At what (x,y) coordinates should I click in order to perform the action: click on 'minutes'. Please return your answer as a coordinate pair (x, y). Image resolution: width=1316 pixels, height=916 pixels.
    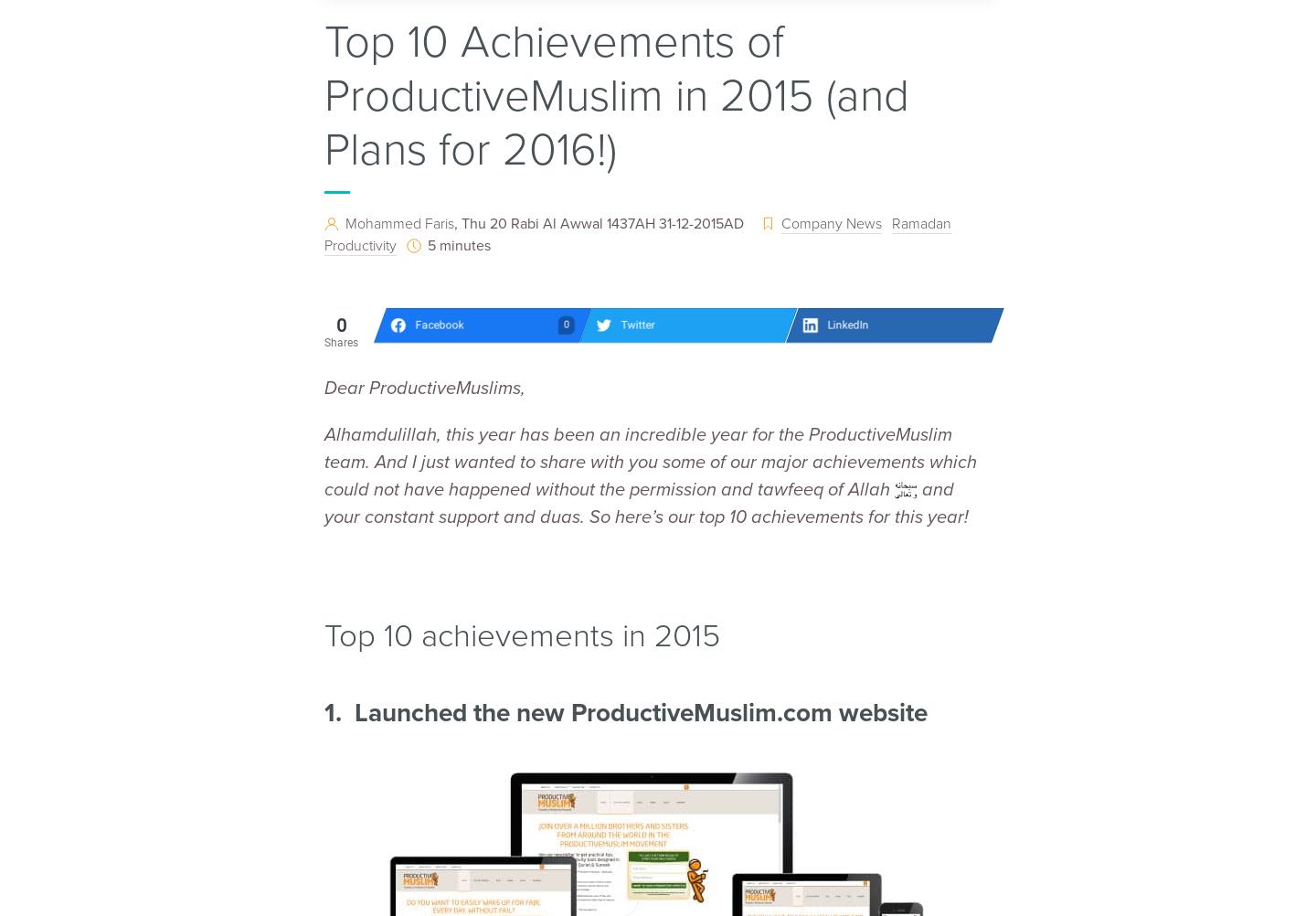
    Looking at the image, I should click on (464, 244).